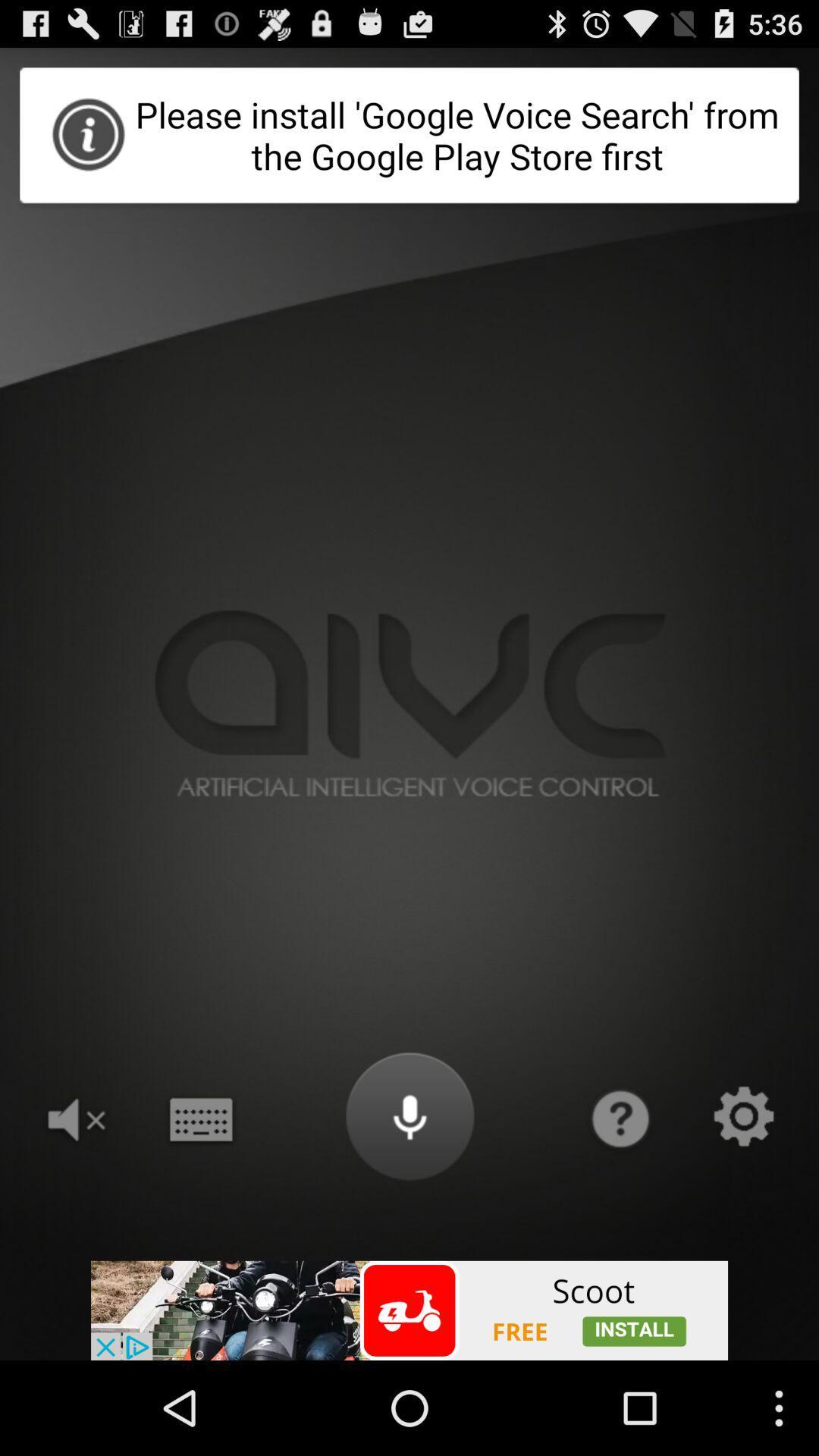  Describe the element at coordinates (199, 1194) in the screenshot. I see `the date_range icon` at that location.